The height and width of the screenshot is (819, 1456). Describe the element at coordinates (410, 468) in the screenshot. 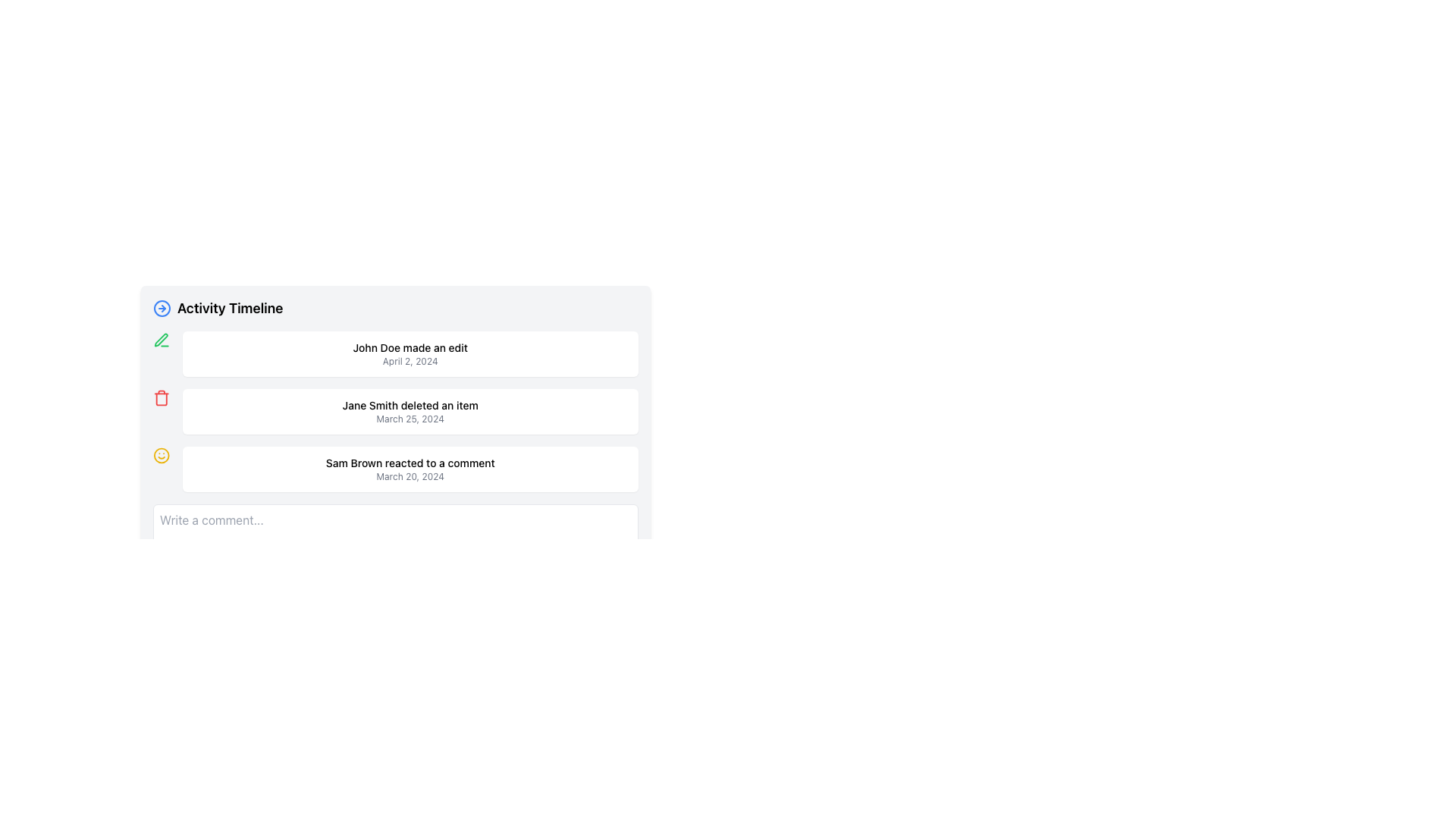

I see `information displayed in the third activity log entry in the 'Activity Timeline' section, which shows a reaction to a comment and its timestamp` at that location.